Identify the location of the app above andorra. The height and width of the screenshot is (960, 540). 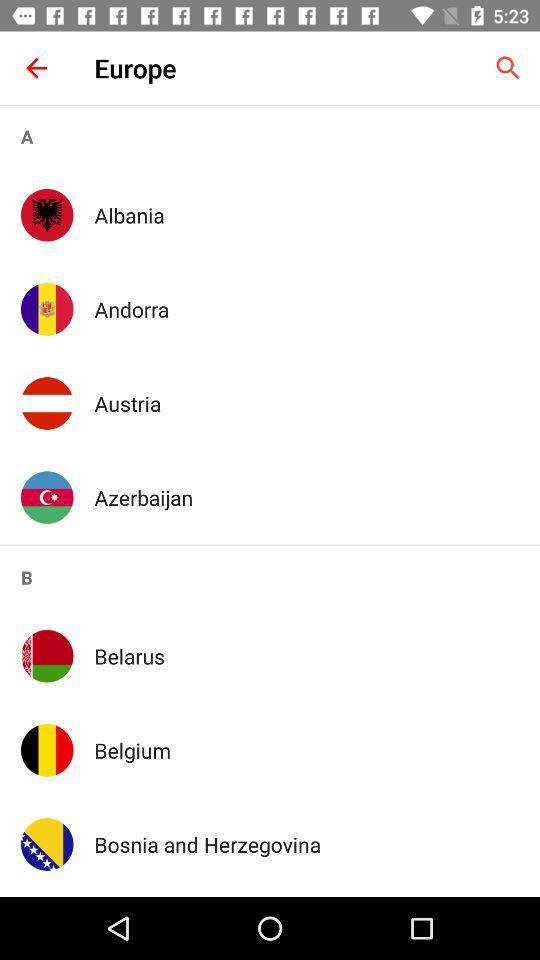
(306, 215).